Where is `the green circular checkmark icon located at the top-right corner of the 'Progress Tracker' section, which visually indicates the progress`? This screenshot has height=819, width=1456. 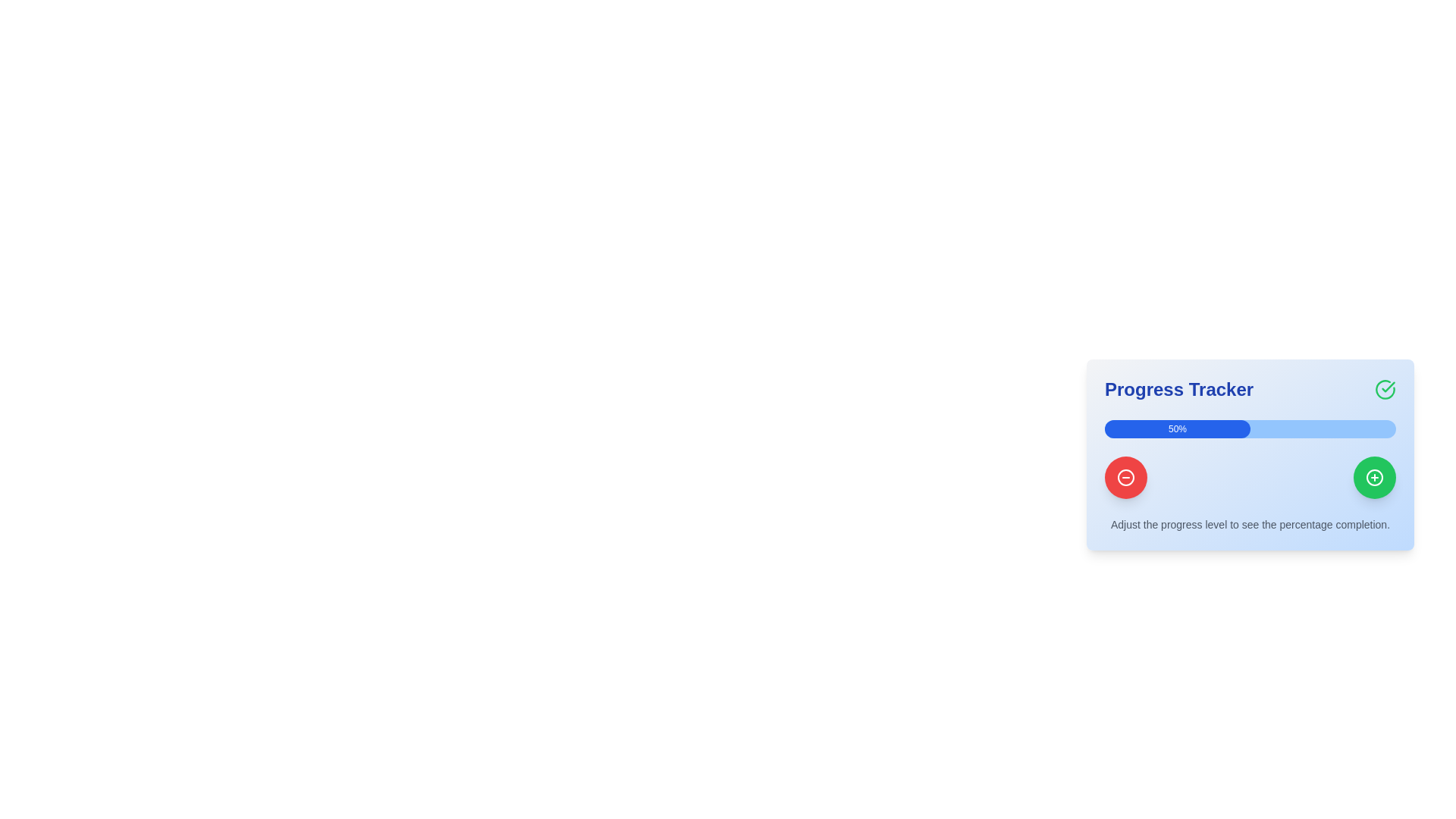 the green circular checkmark icon located at the top-right corner of the 'Progress Tracker' section, which visually indicates the progress is located at coordinates (1385, 388).